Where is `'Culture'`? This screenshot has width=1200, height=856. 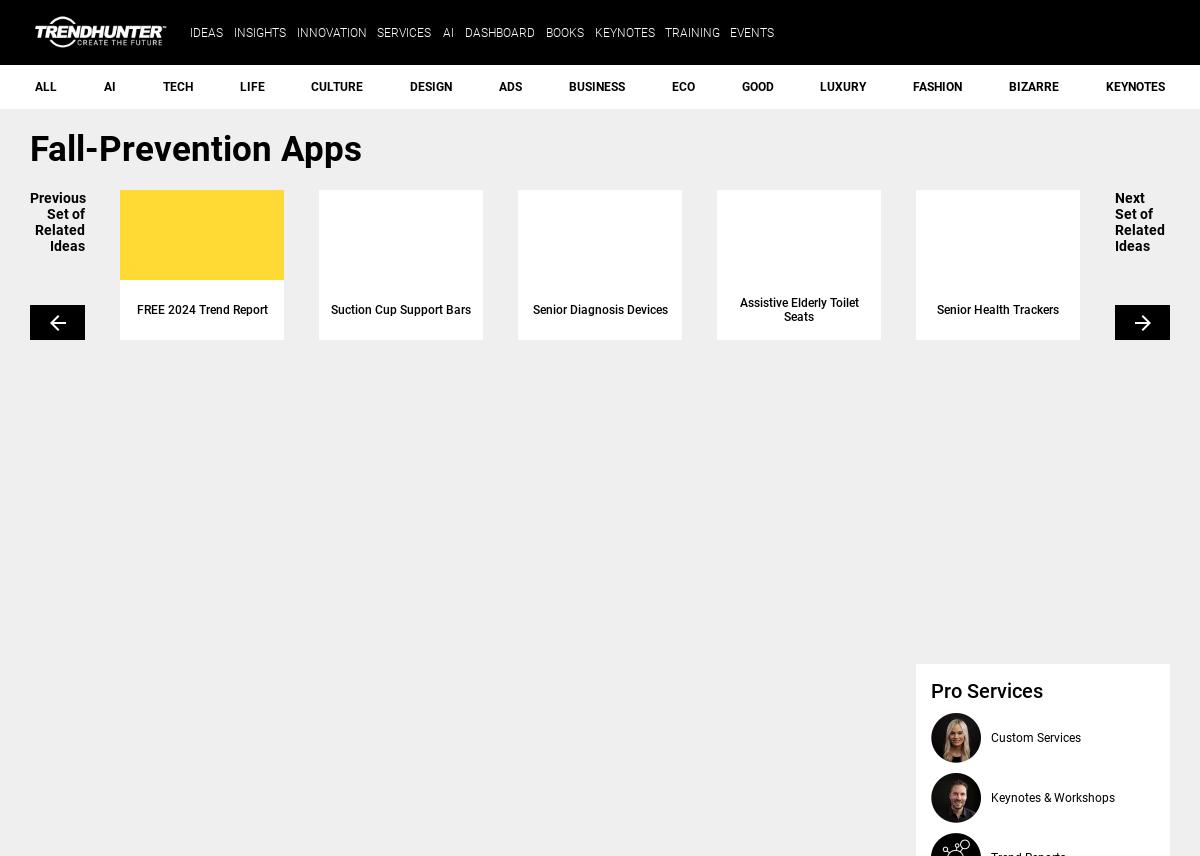 'Culture' is located at coordinates (336, 86).